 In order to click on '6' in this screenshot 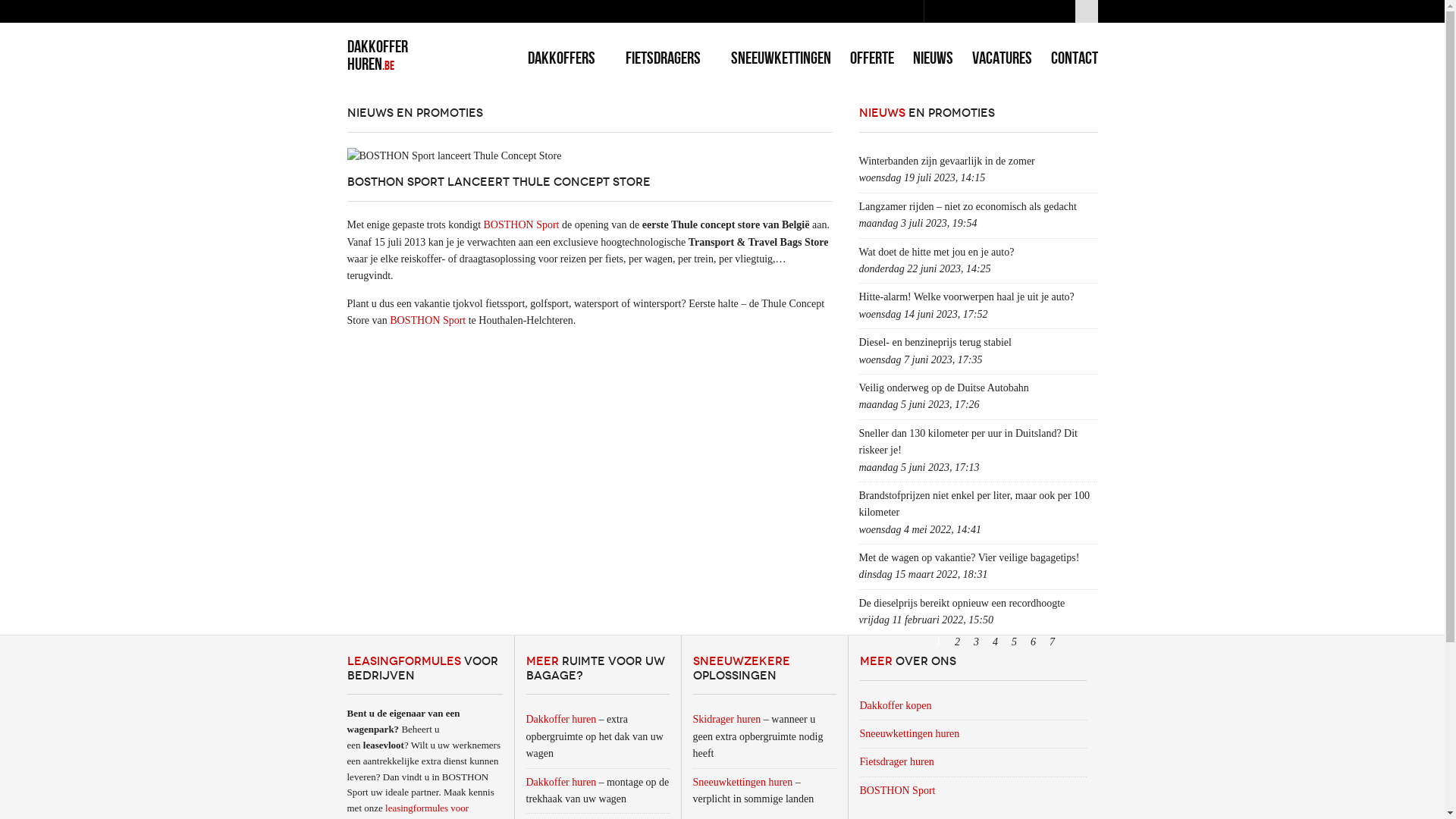, I will do `click(1032, 642)`.